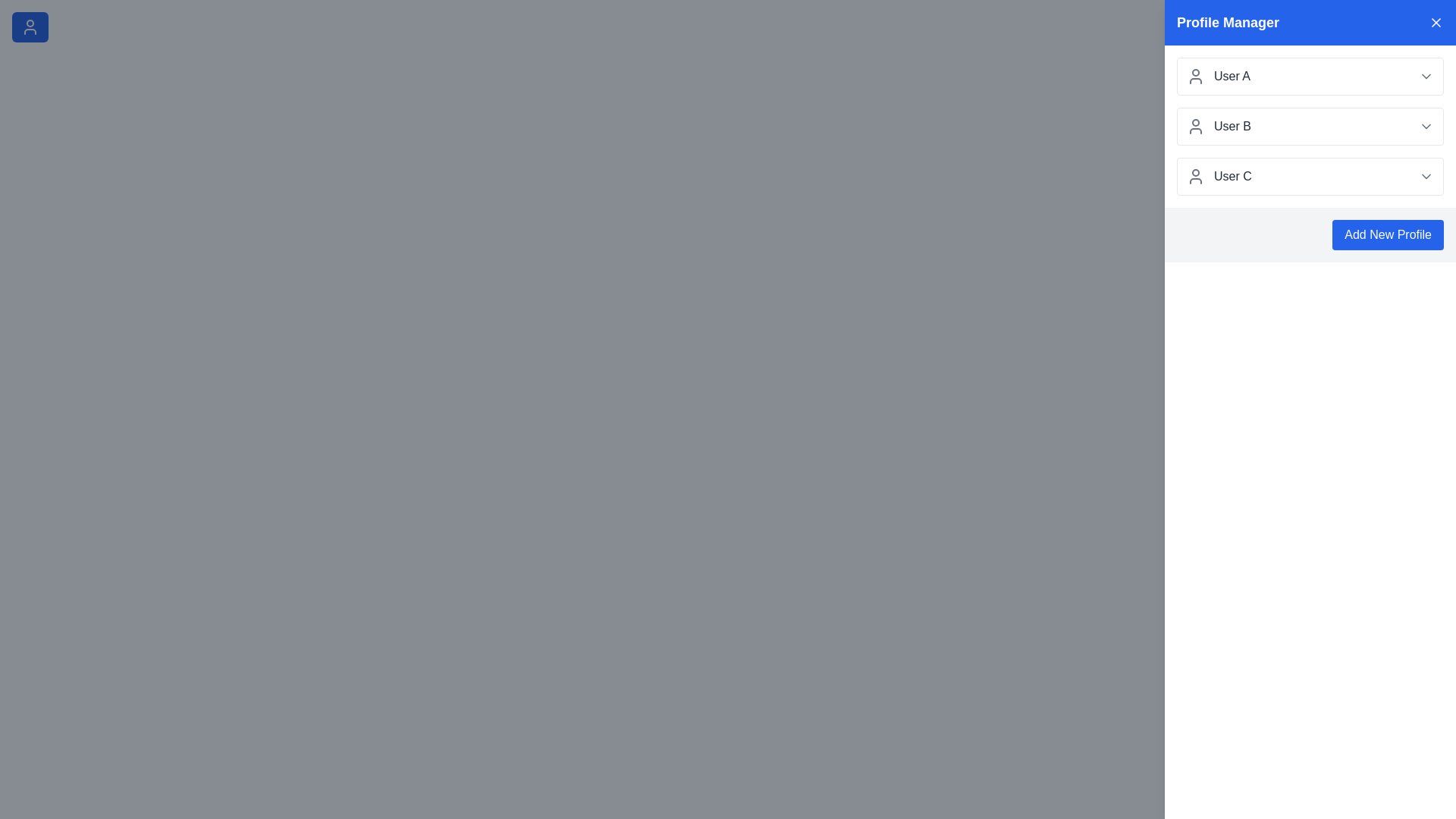 The width and height of the screenshot is (1456, 819). I want to click on text label identifying the name 'User C' in the third user profile entry within the 'Profile Manager' section, located between the user icon and the dropdown chevron icon, so click(1232, 175).